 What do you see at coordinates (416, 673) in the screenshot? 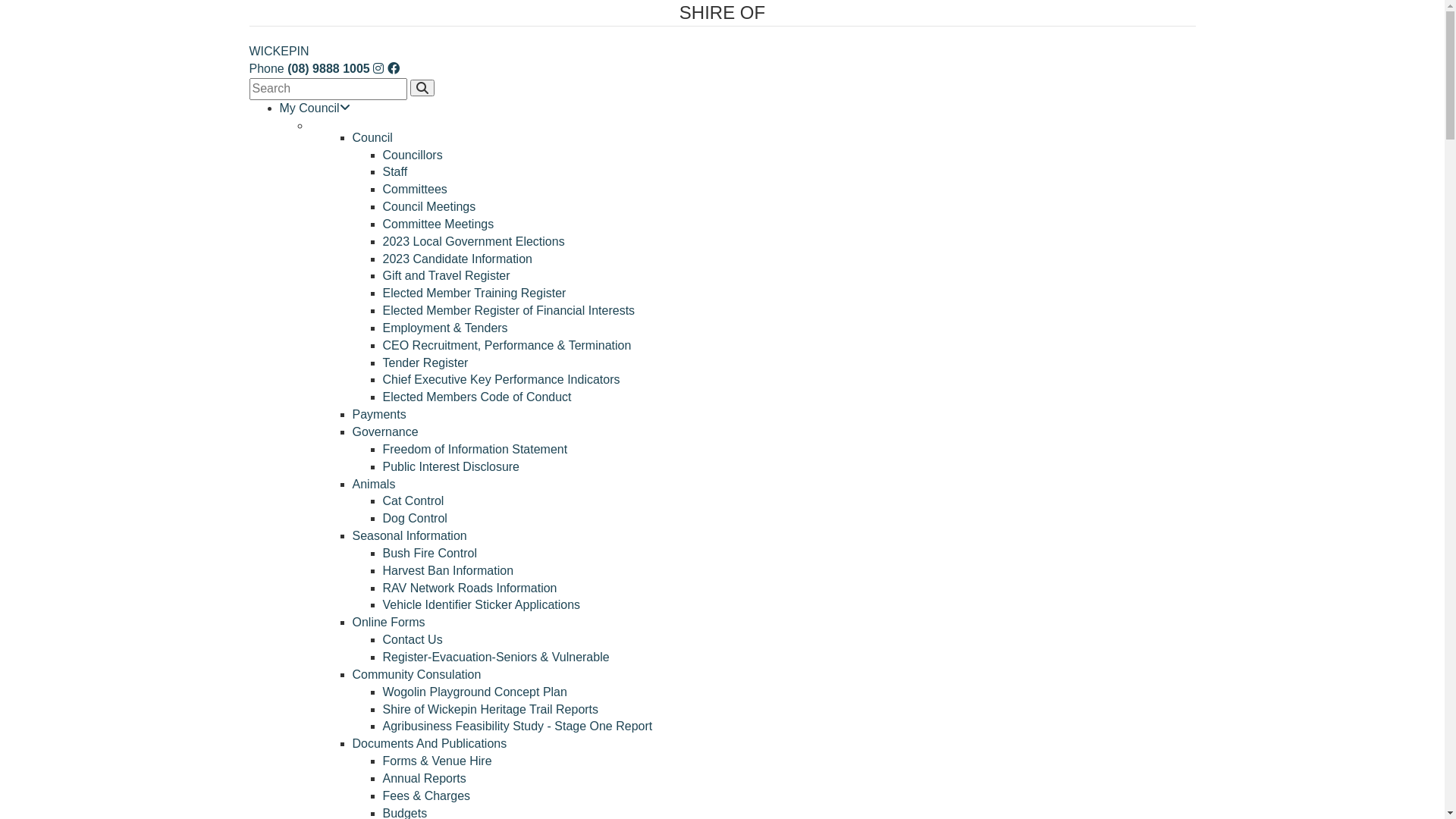
I see `'Community Consulation'` at bounding box center [416, 673].